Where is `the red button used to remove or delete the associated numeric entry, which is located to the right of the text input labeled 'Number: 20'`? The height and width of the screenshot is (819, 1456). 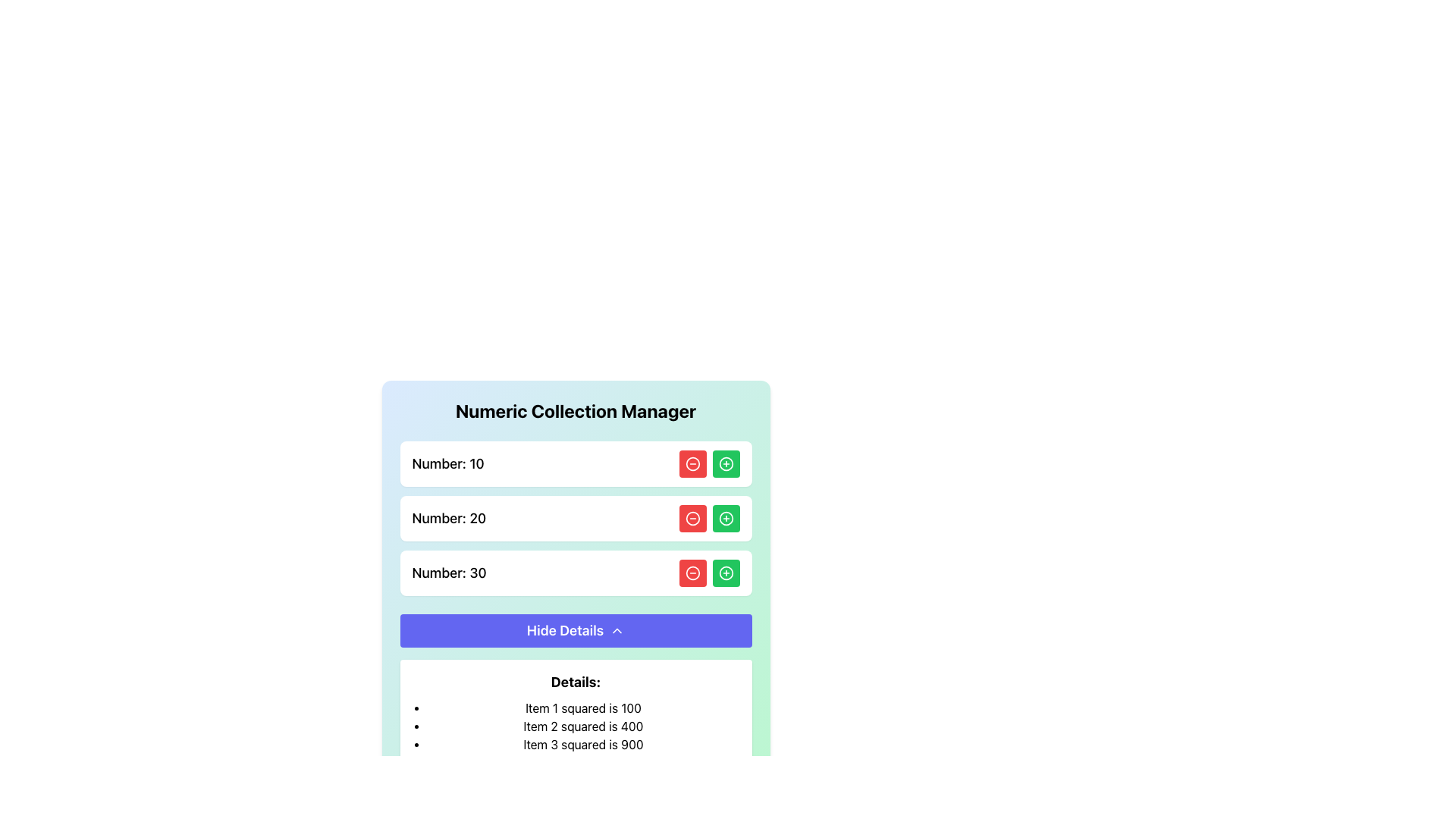
the red button used to remove or delete the associated numeric entry, which is located to the right of the text input labeled 'Number: 20' is located at coordinates (692, 517).